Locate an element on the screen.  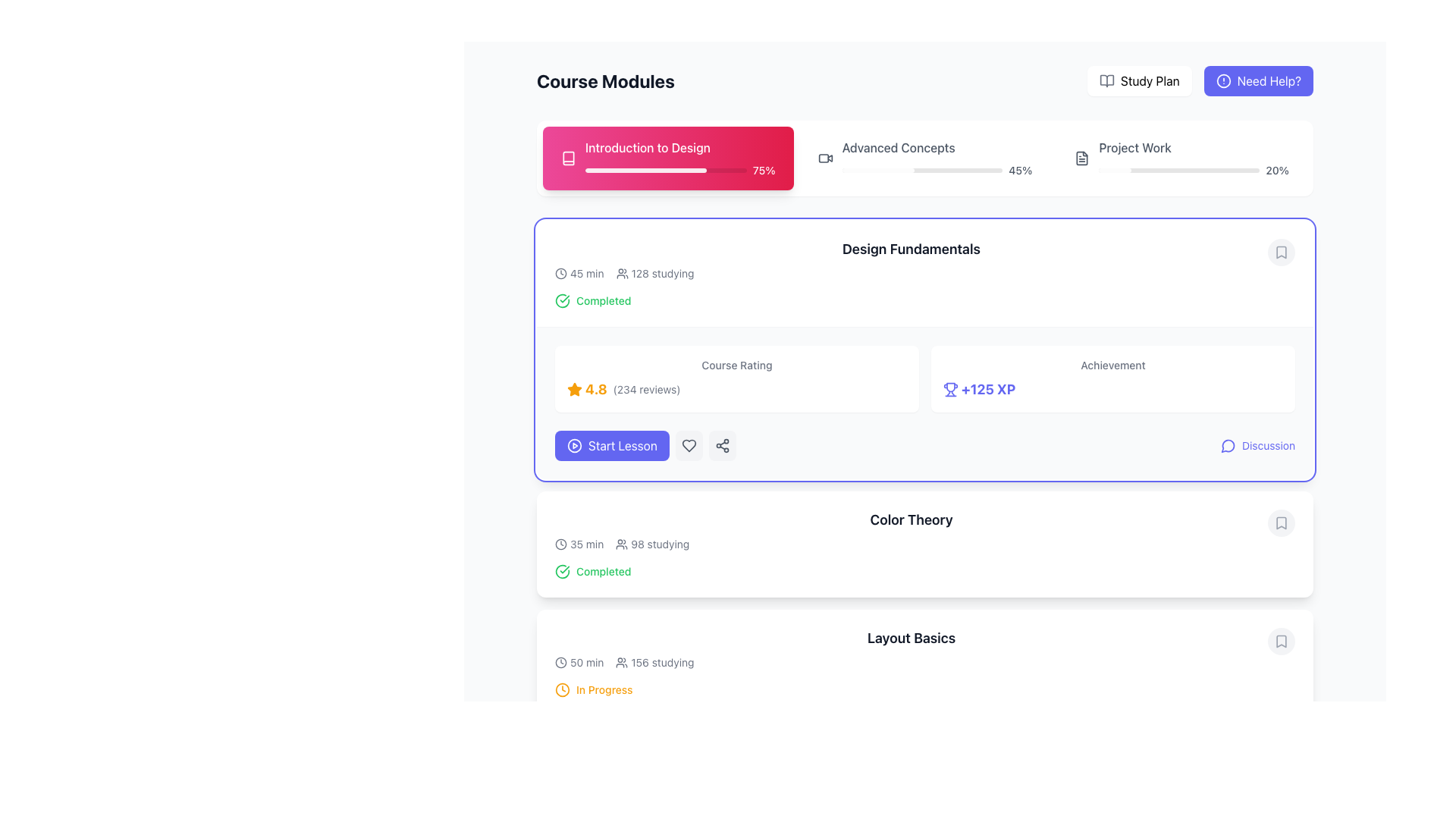
the text element indicating the number of users studying the 'Color Theory' module, which is positioned to the right of the '35 min' text element is located at coordinates (652, 543).